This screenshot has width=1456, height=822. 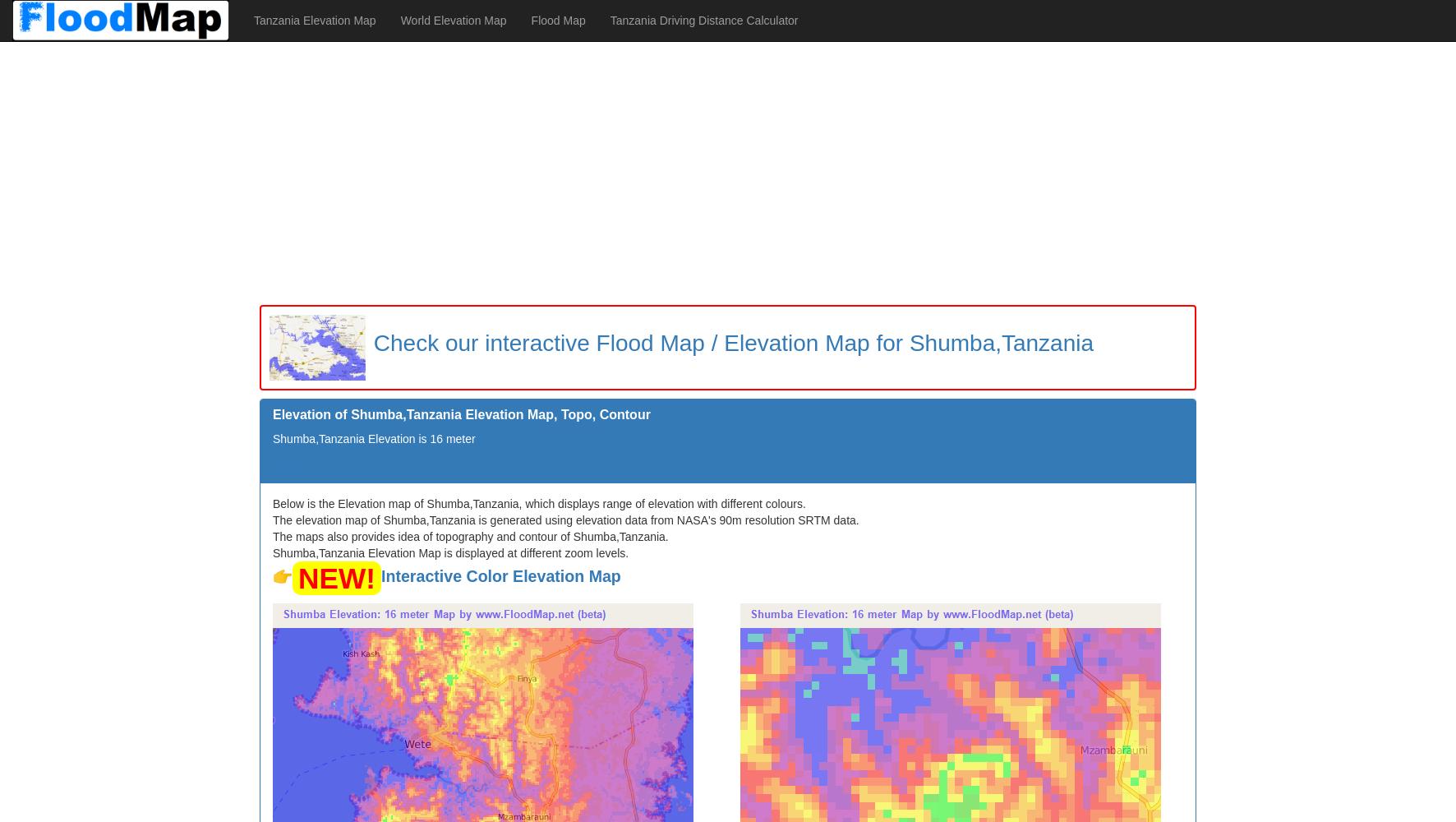 I want to click on 'Tweet', so click(x=288, y=464).